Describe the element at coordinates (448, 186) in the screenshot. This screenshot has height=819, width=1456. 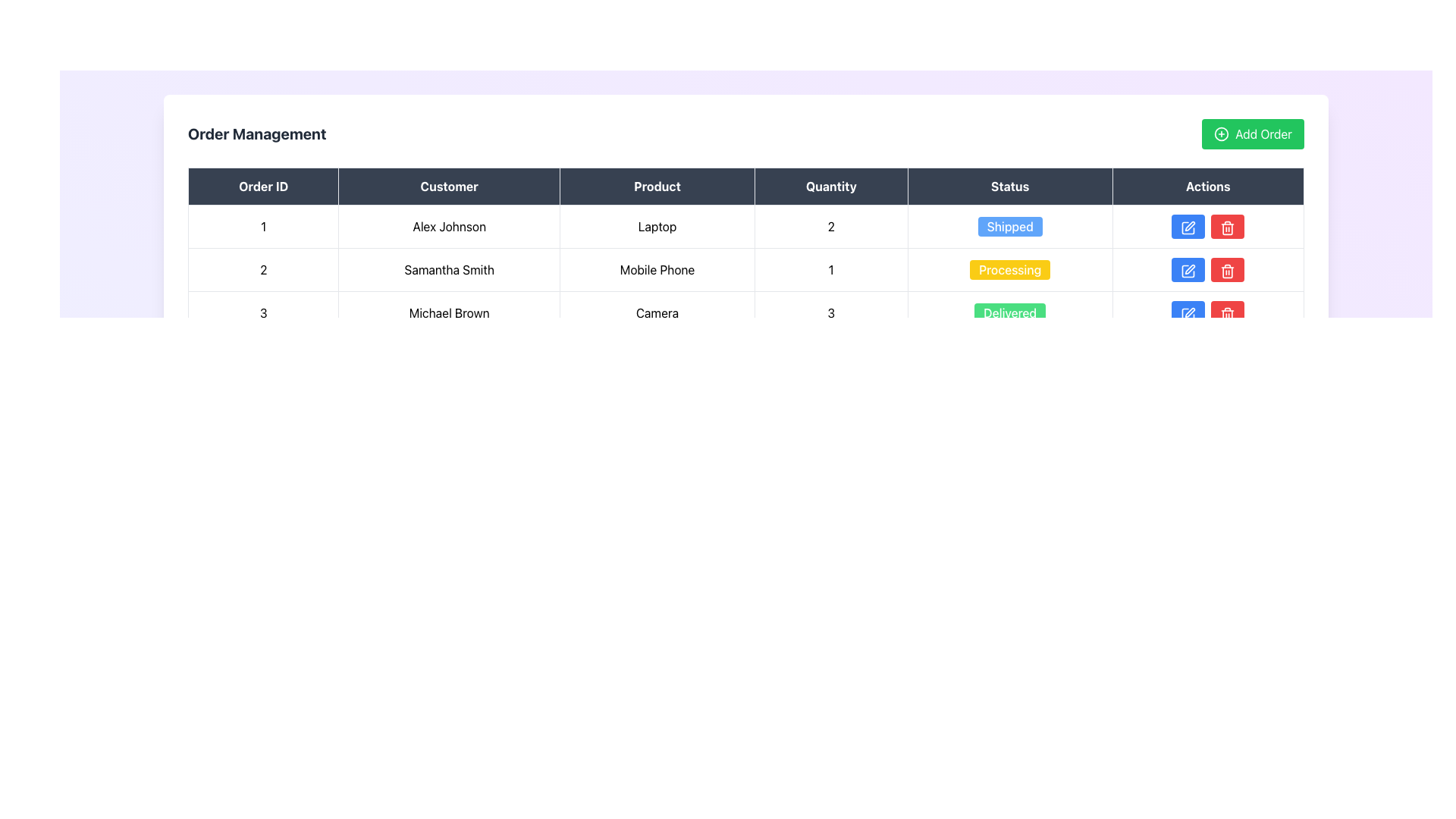
I see `the table header cell containing the text 'Customer', which is styled with a dark background and white text, located between 'Order ID' and 'Product'` at that location.